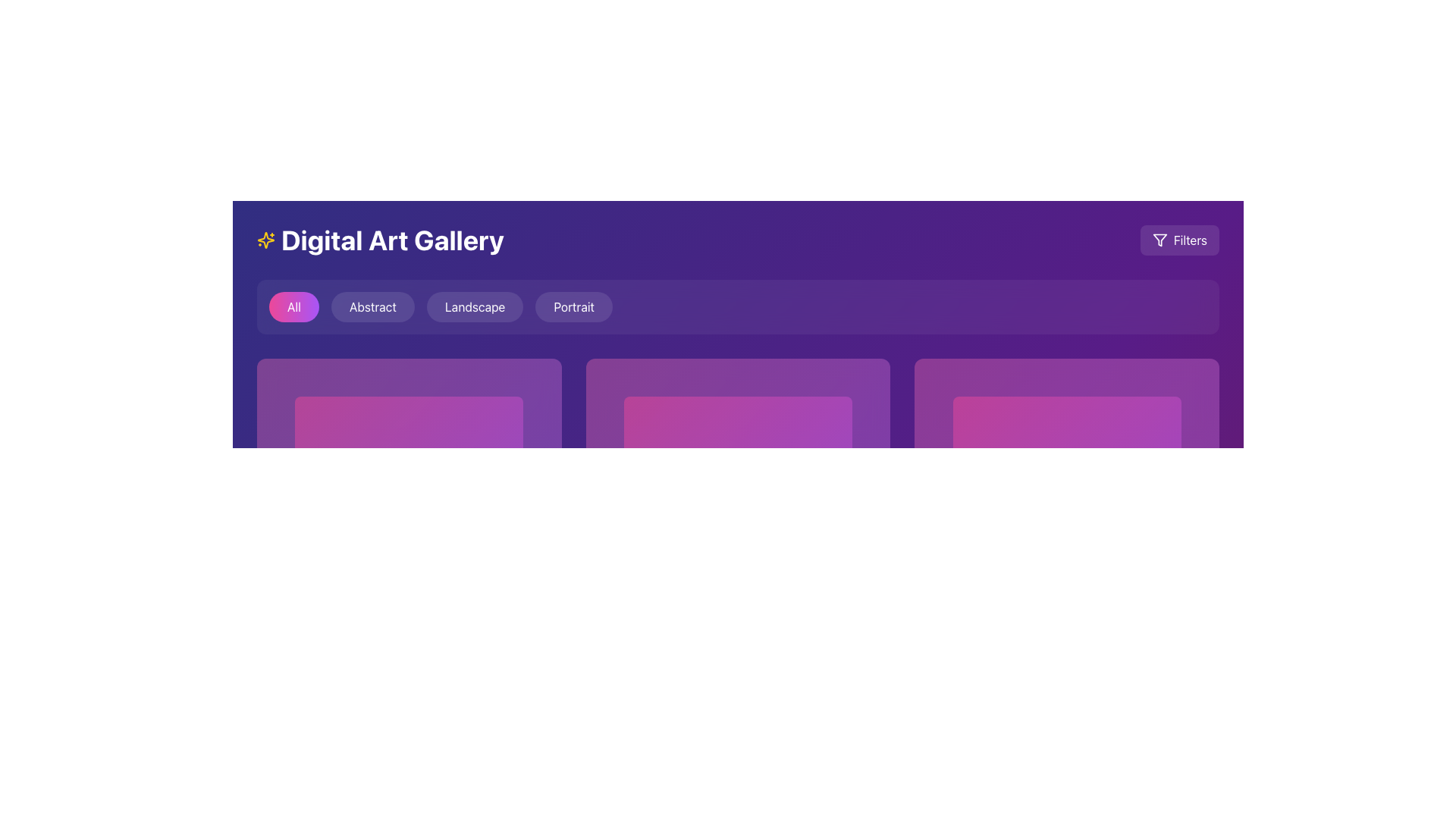  I want to click on the filtering SVG icon located at the top right corner of the application interface, which is part of the 'Filters' button in the primary header menu, so click(1159, 239).